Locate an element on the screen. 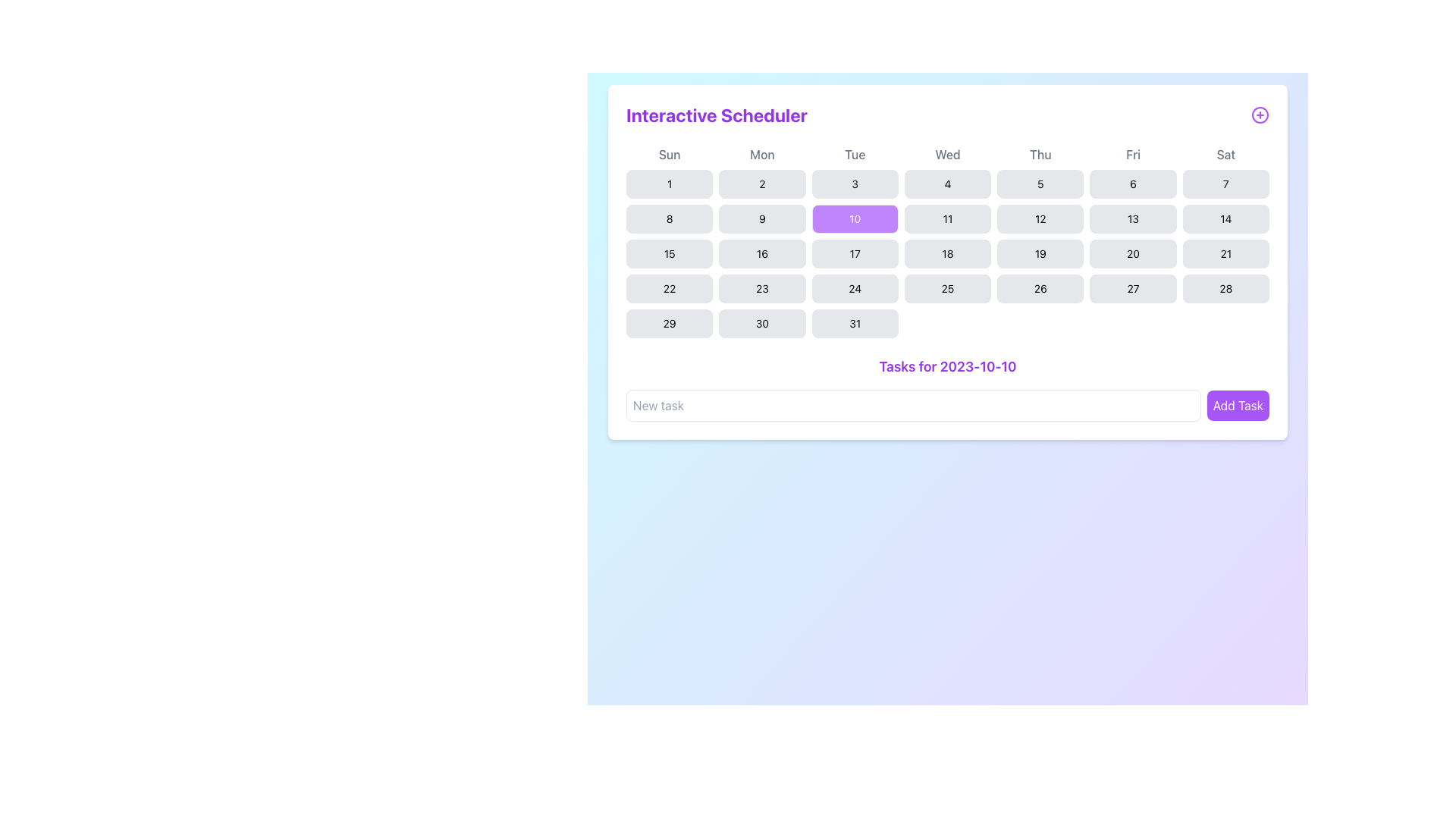  the calendar date button located in the second column of the second row, below the 'Mon' header is located at coordinates (762, 184).